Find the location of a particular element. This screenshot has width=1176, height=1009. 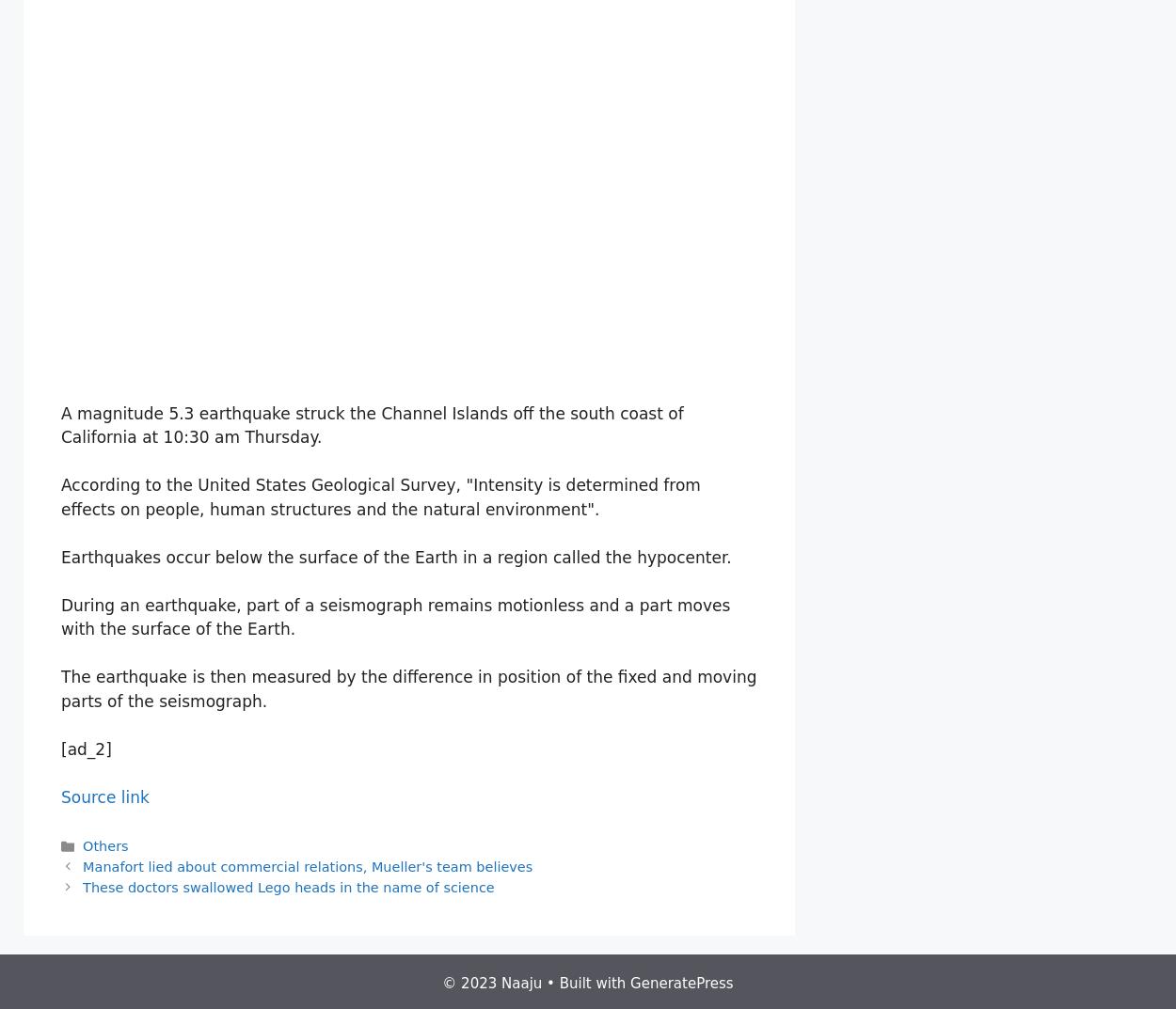

'Source link' is located at coordinates (103, 796).